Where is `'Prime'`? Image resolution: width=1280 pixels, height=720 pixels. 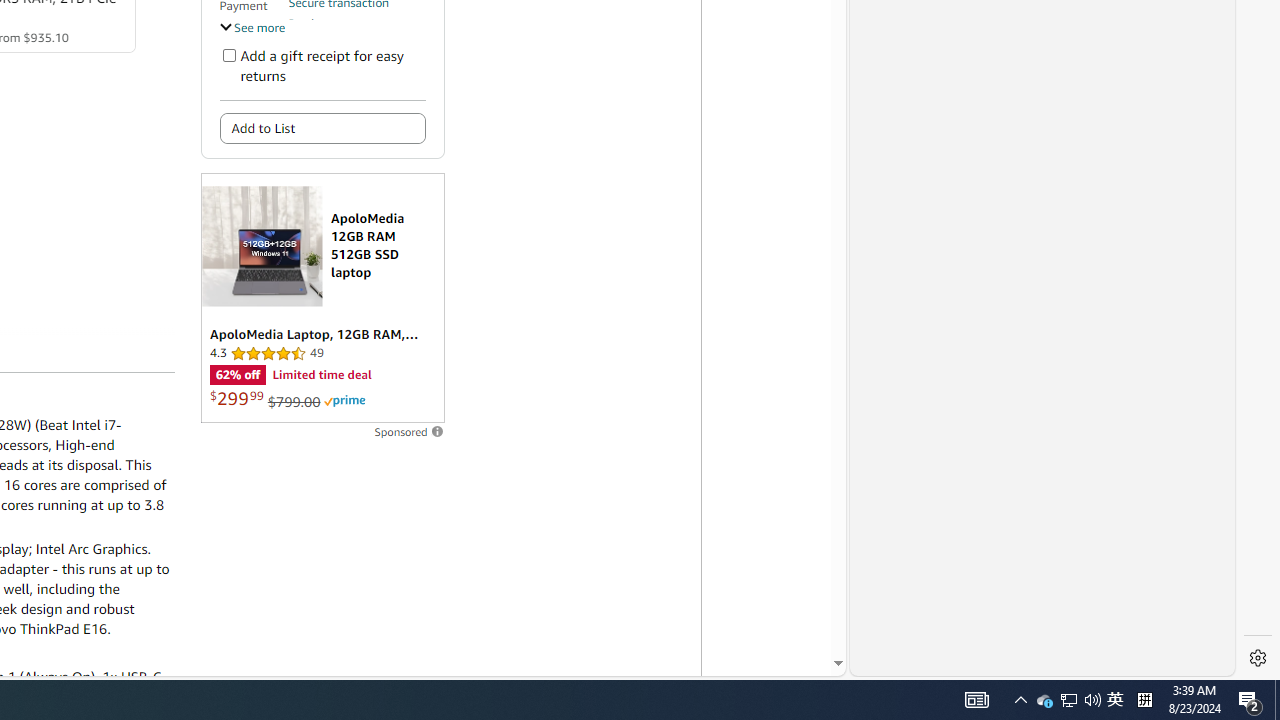 'Prime' is located at coordinates (344, 401).